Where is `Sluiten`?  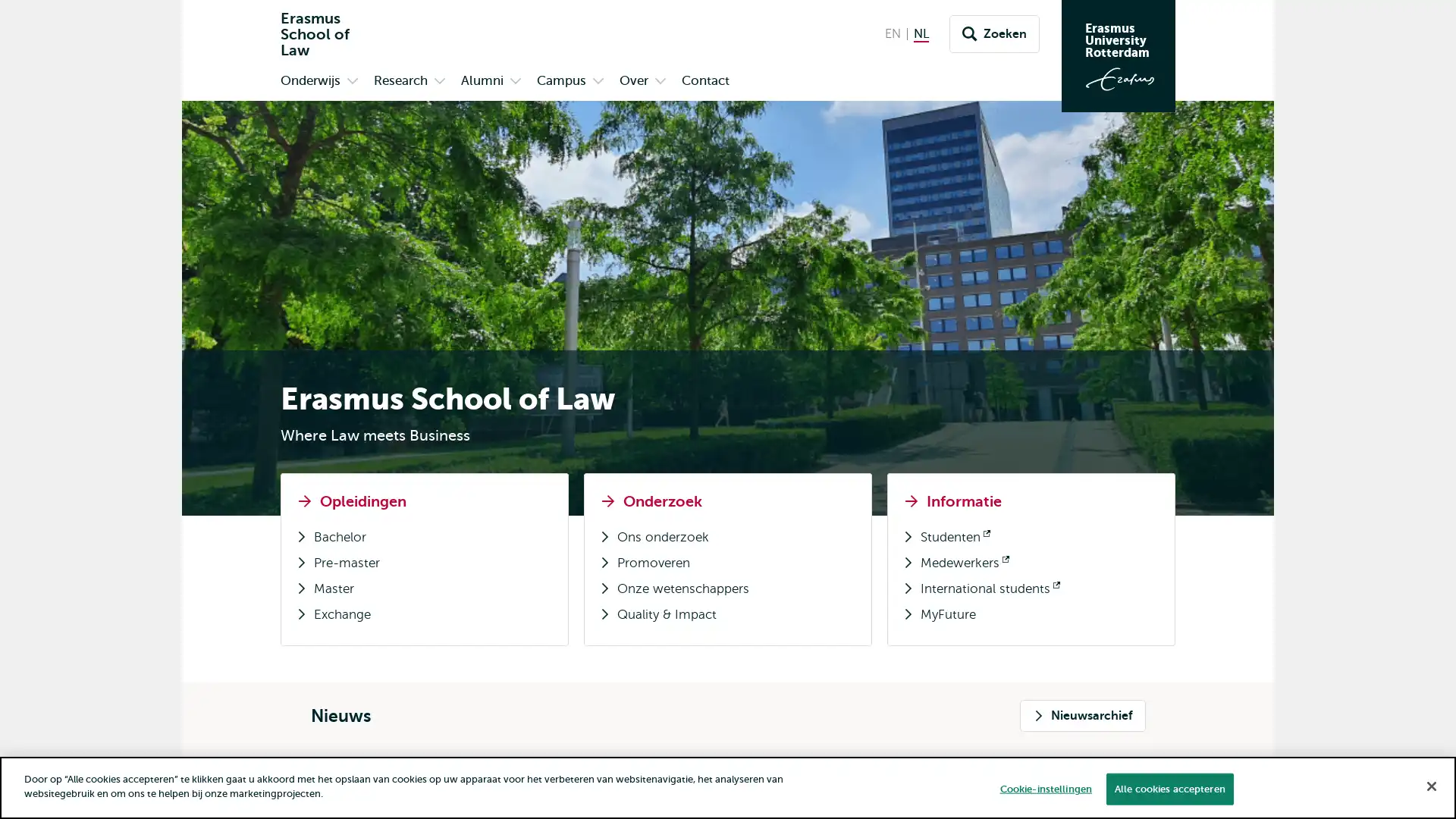 Sluiten is located at coordinates (1430, 785).